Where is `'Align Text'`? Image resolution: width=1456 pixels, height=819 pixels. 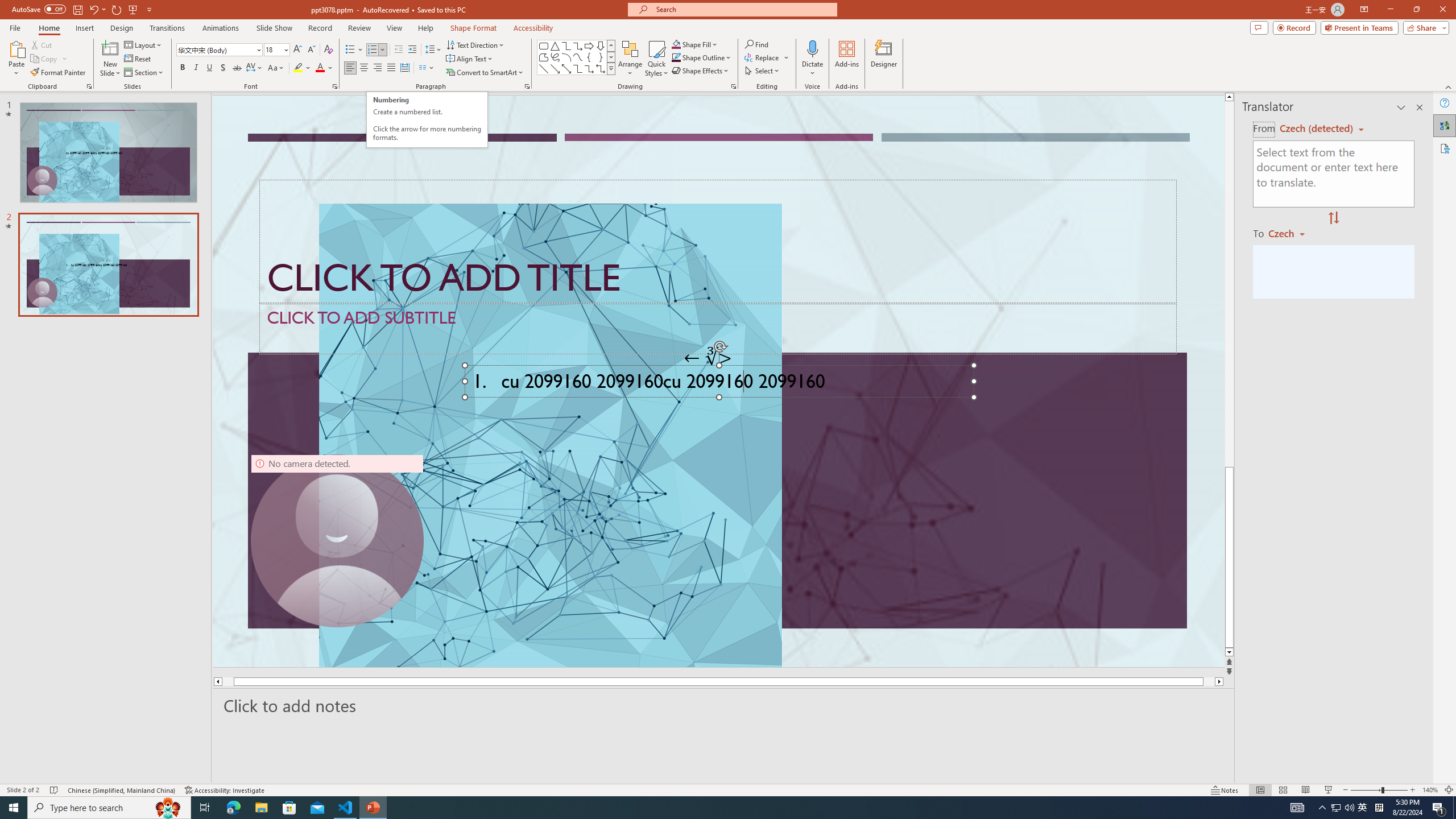
'Align Text' is located at coordinates (470, 59).